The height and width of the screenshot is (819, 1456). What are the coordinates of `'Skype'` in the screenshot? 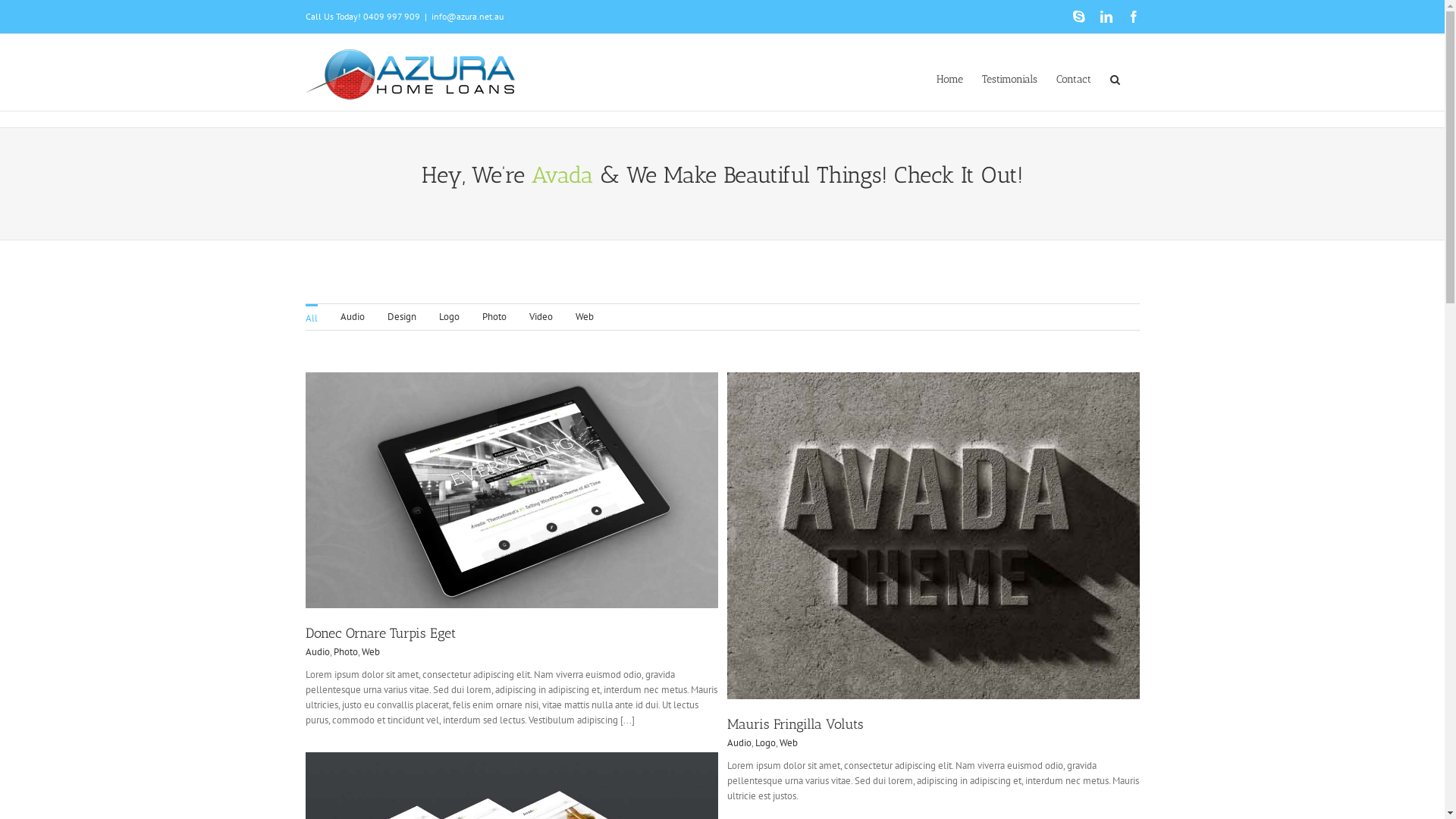 It's located at (1077, 17).